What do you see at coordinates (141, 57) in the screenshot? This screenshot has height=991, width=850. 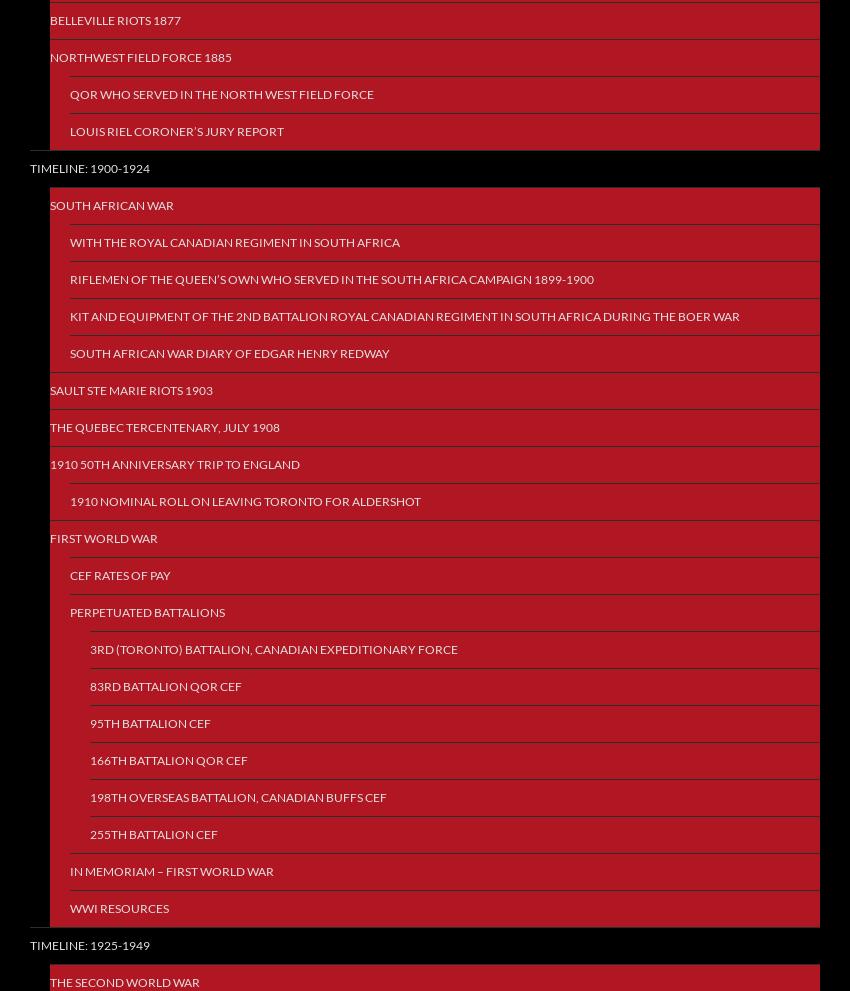 I see `'Northwest Field Force 1885'` at bounding box center [141, 57].